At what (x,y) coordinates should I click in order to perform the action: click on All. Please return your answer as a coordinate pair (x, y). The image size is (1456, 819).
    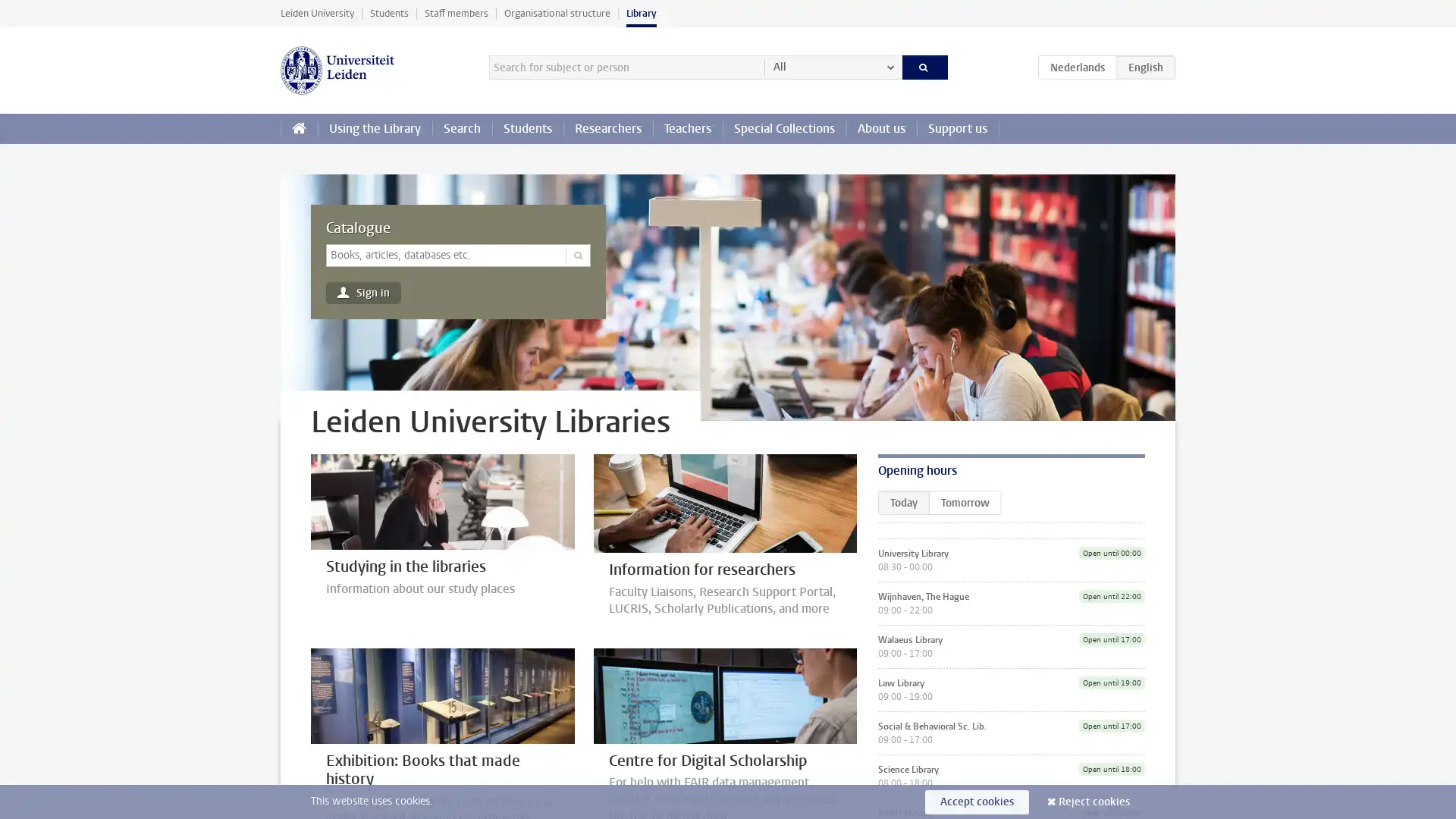
    Looking at the image, I should click on (832, 66).